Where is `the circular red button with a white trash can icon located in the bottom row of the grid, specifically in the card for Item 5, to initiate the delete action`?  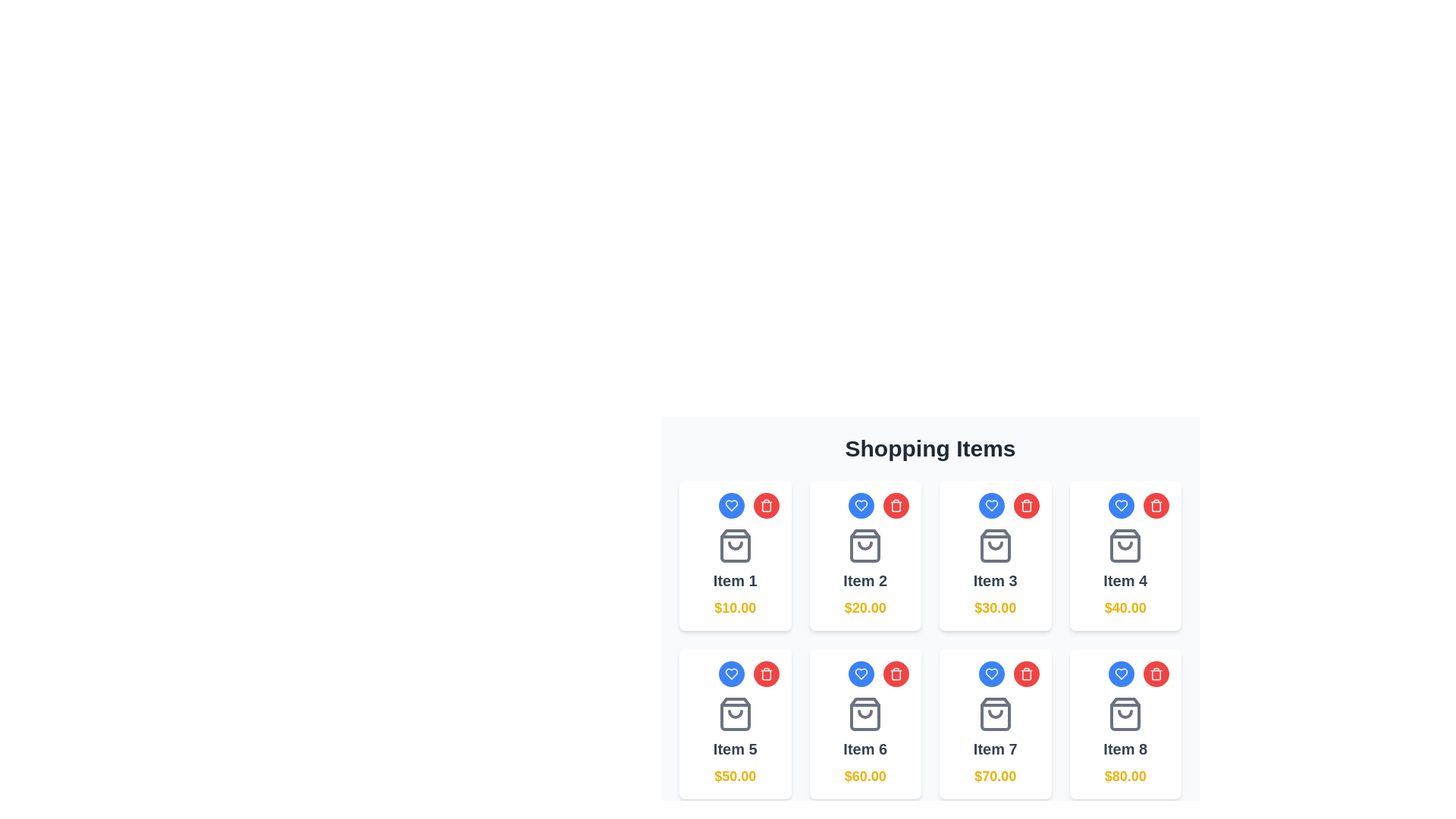 the circular red button with a white trash can icon located in the bottom row of the grid, specifically in the card for Item 5, to initiate the delete action is located at coordinates (766, 673).